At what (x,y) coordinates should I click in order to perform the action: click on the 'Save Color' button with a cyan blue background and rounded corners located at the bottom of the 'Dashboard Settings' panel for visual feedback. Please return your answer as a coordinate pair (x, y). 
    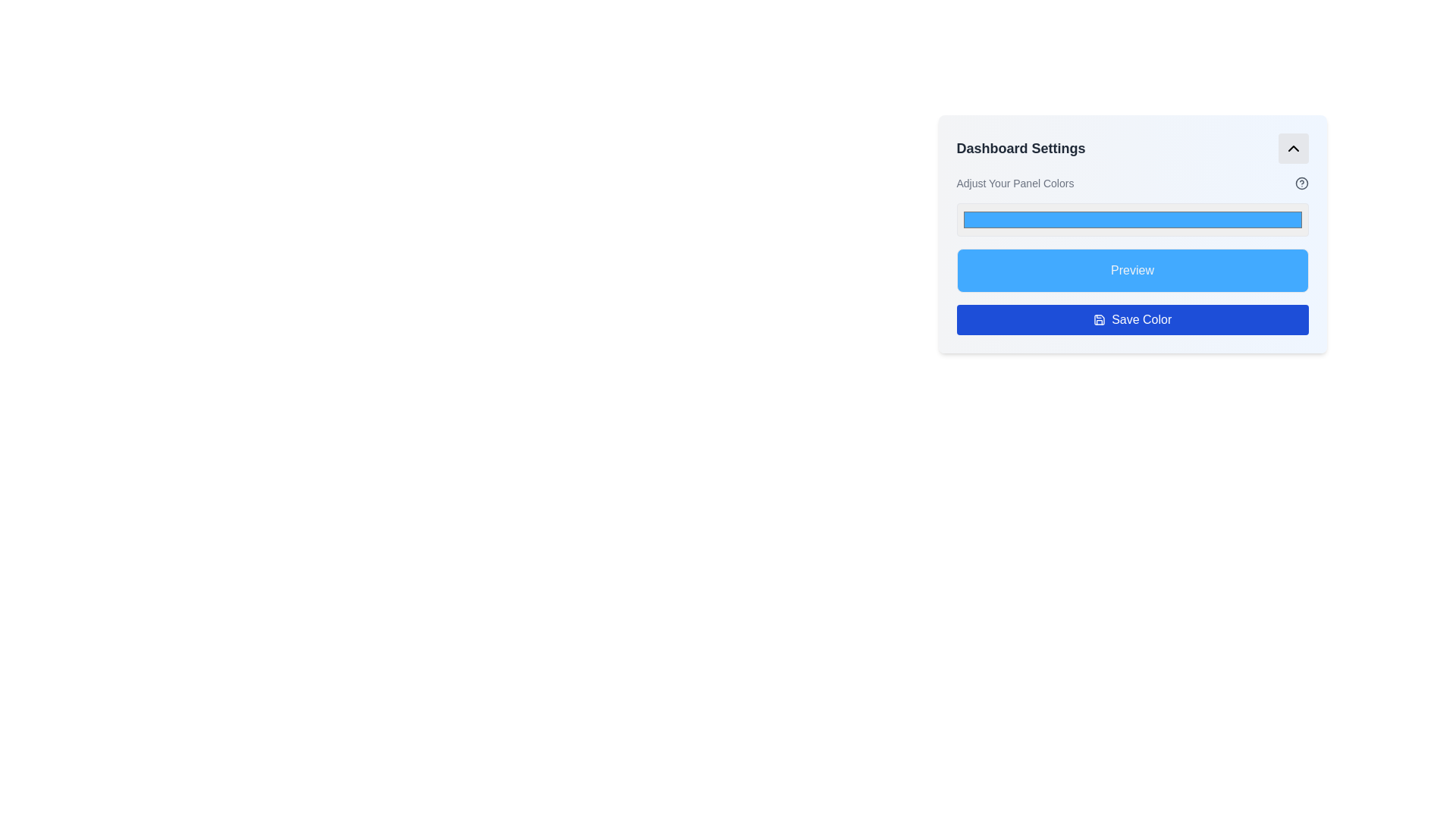
    Looking at the image, I should click on (1132, 318).